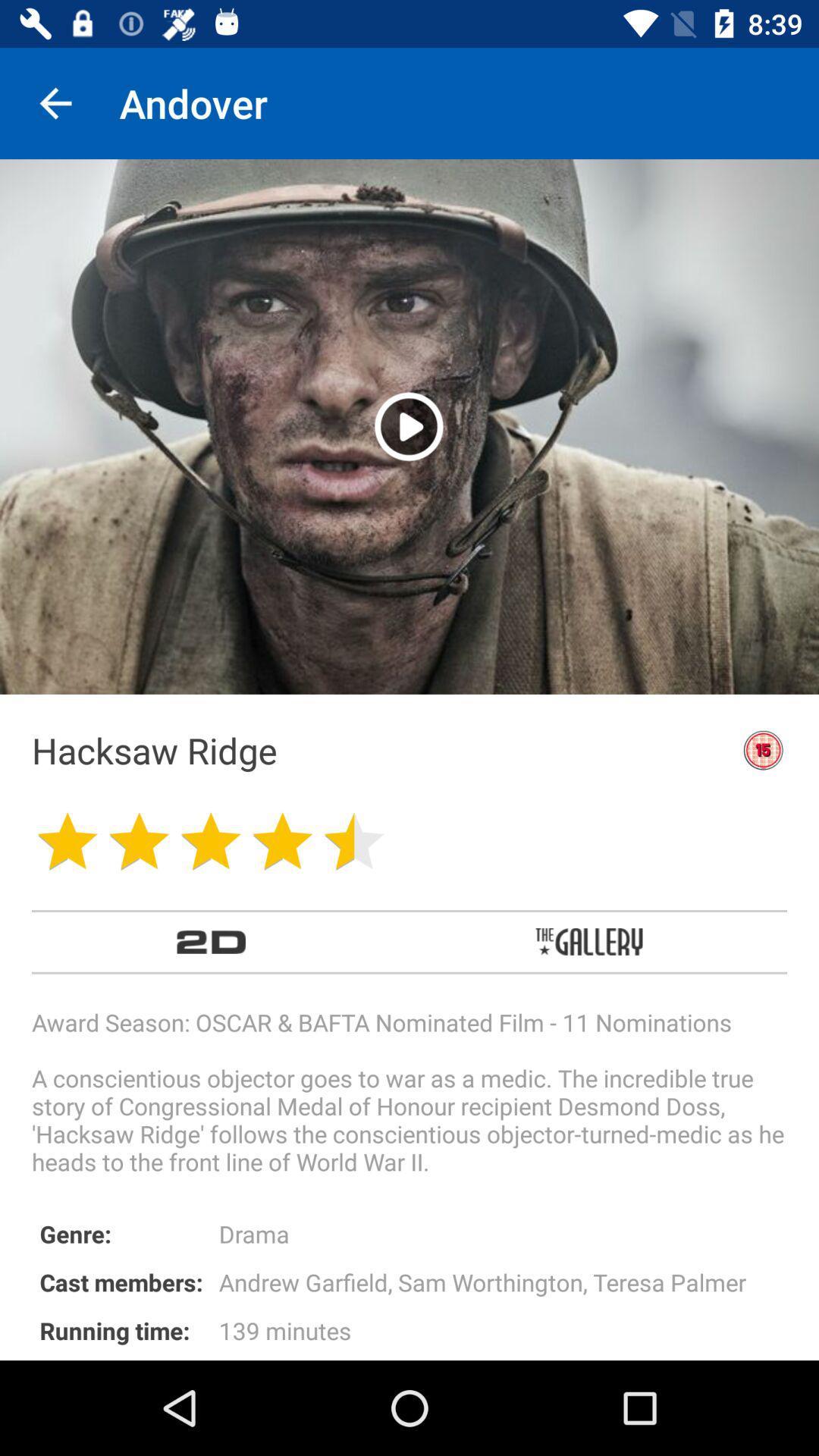 The width and height of the screenshot is (819, 1456). What do you see at coordinates (408, 425) in the screenshot?
I see `video` at bounding box center [408, 425].